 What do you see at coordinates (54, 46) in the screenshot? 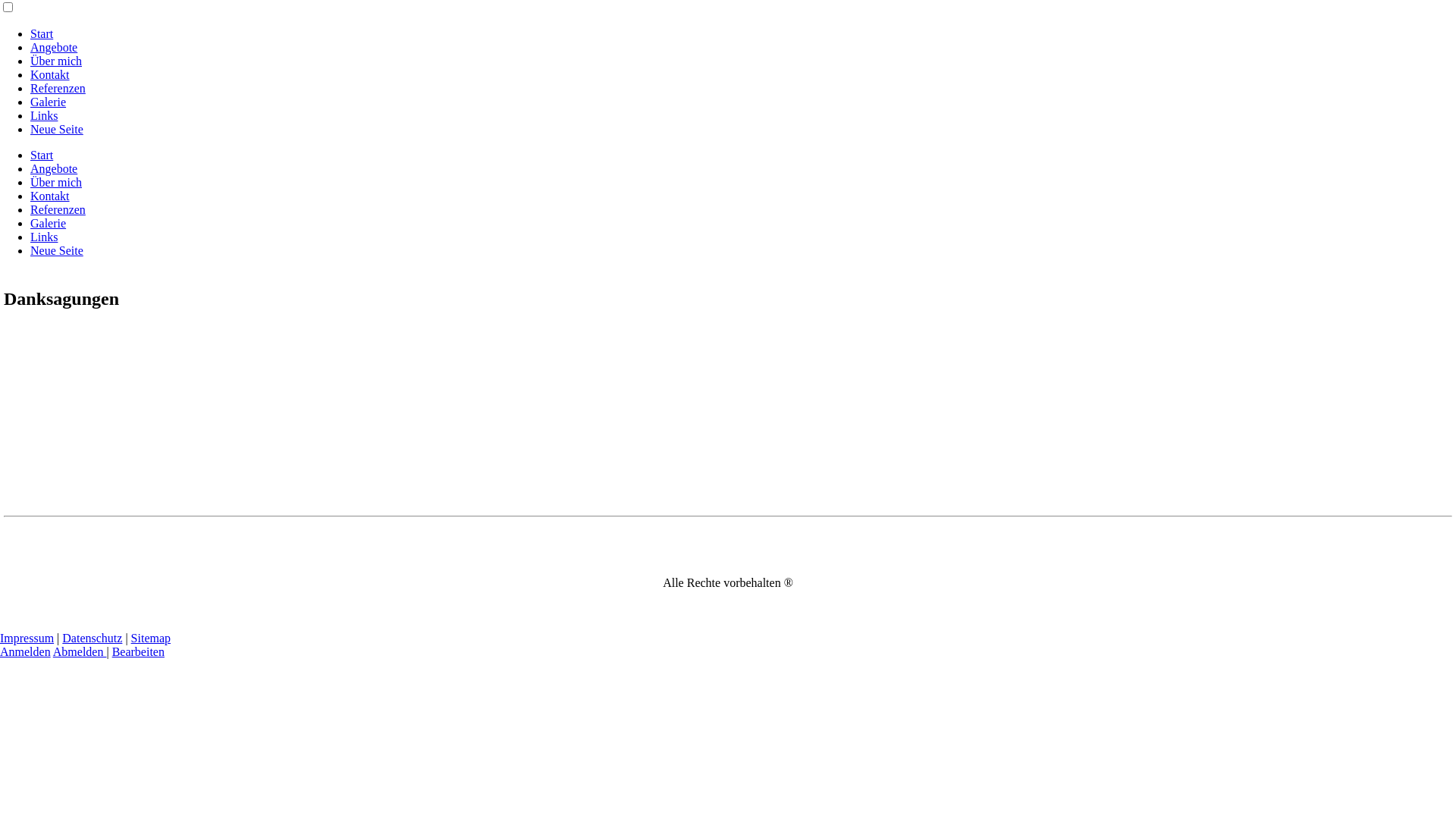
I see `'Angebote'` at bounding box center [54, 46].